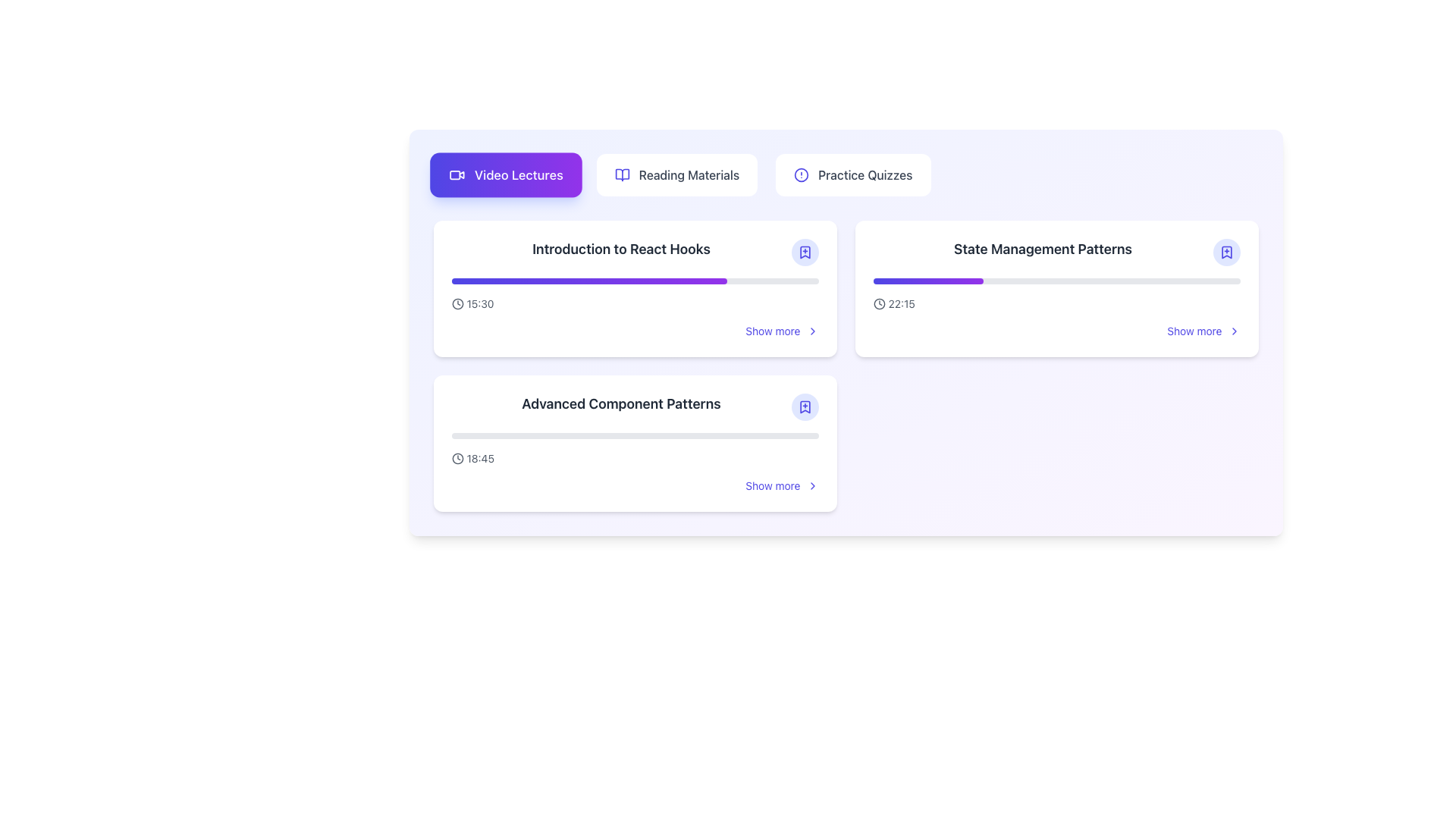 The image size is (1456, 819). I want to click on the right-pointing chevron icon located to the right of the 'Show more' link text beneath the 'State Management Patterns' title, so click(1234, 330).